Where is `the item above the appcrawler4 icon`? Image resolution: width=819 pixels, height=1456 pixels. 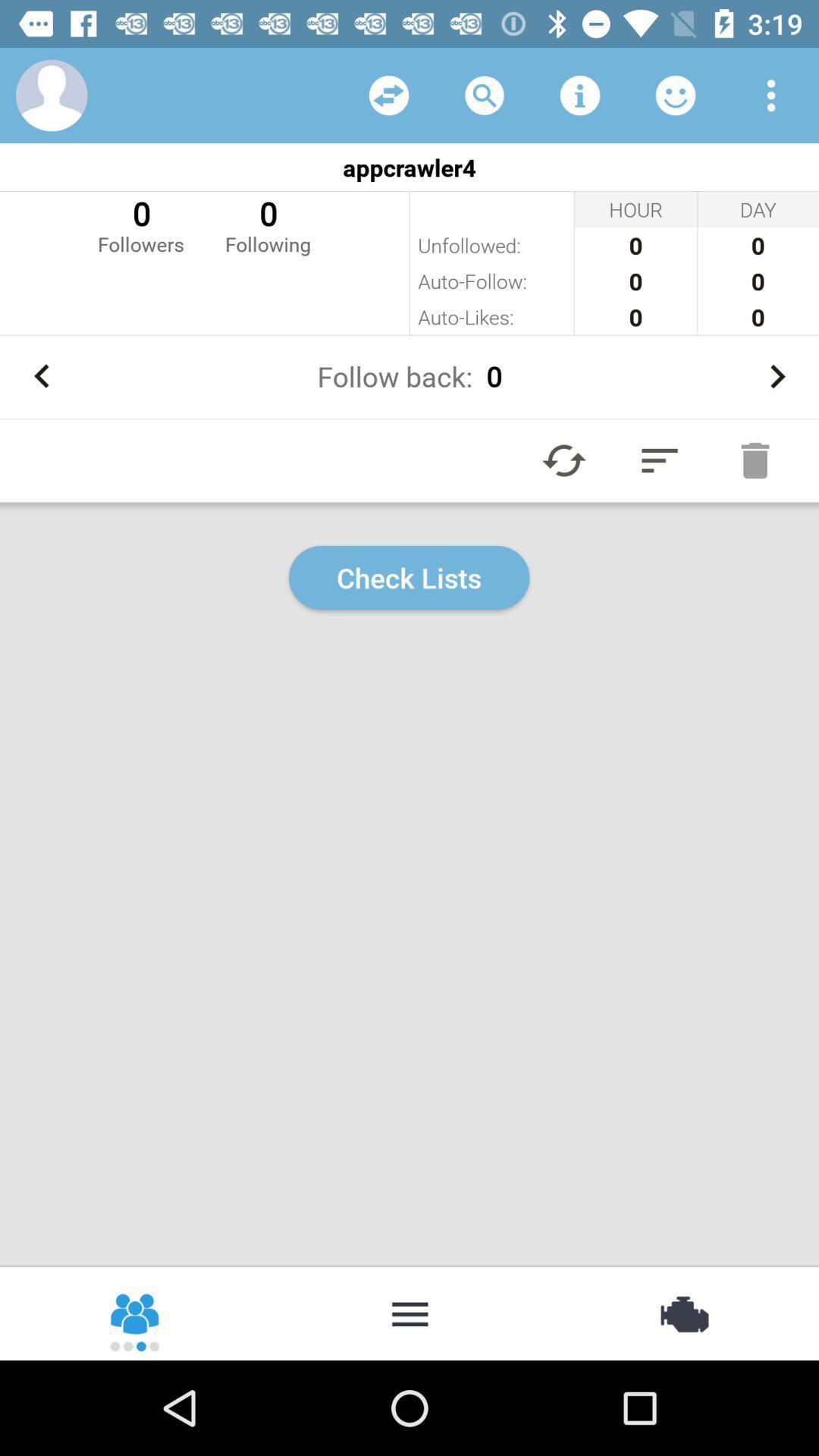 the item above the appcrawler4 icon is located at coordinates (579, 94).